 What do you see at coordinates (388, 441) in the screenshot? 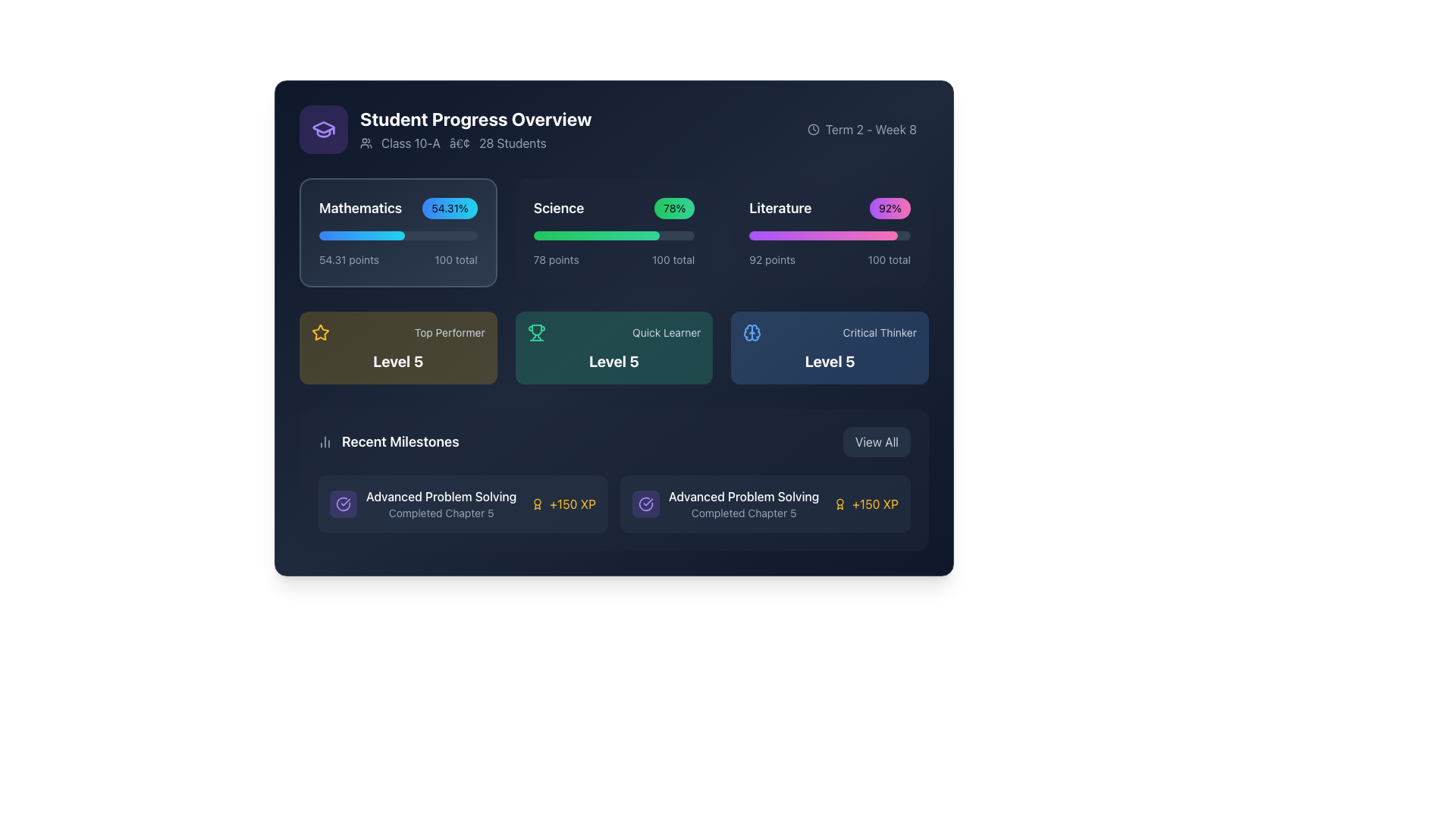
I see `the header element that serves as a title for recent milestones or achievements, positioned below the 'Level 5' cards and to the left of the 'View All' button` at bounding box center [388, 441].